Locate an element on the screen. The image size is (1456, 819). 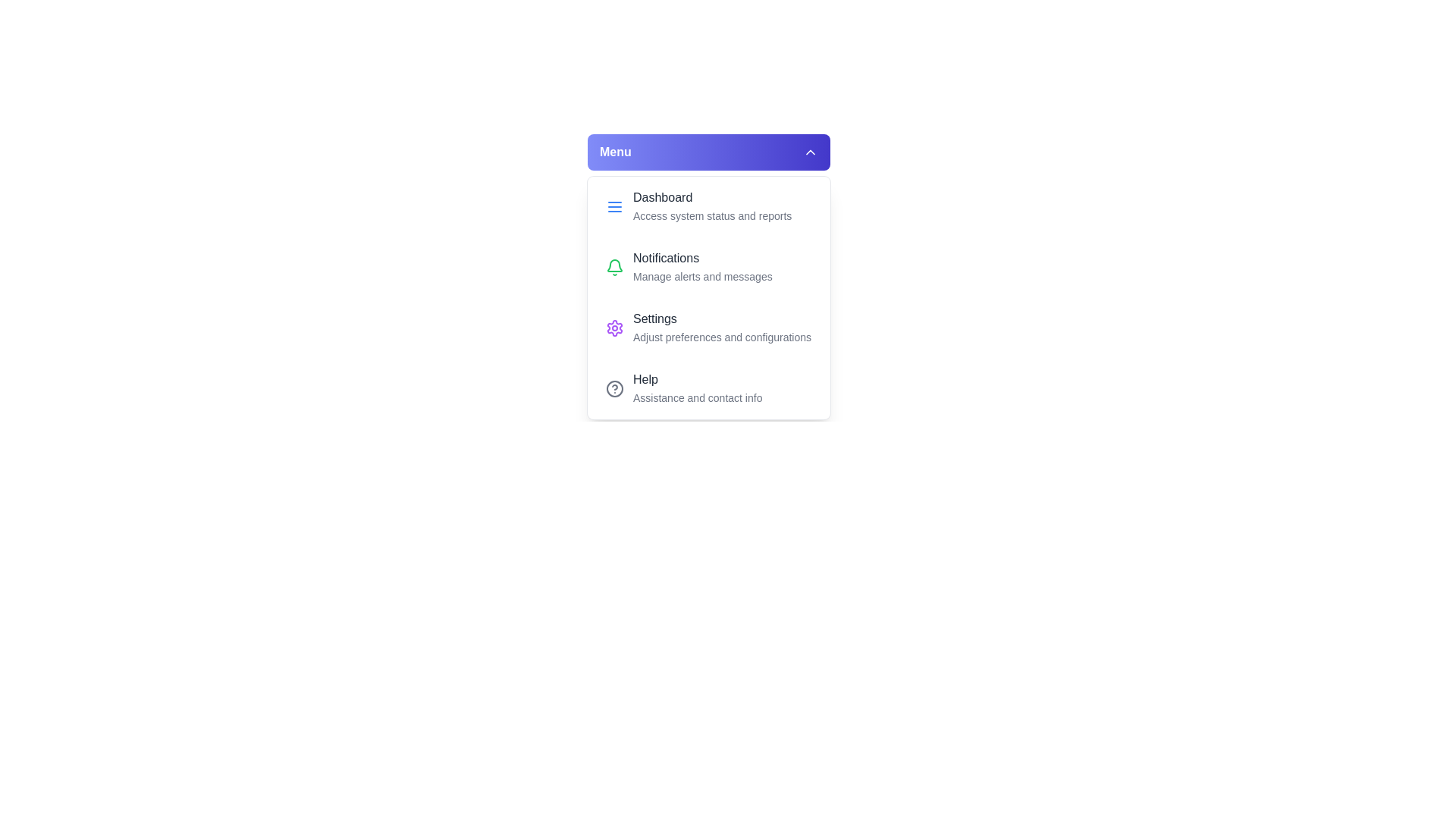
the visual details of the blue hamburger menu icon positioned to the left of the 'Dashboard' text label within the 'Dashboard' list item group of the dropdown menu is located at coordinates (615, 207).